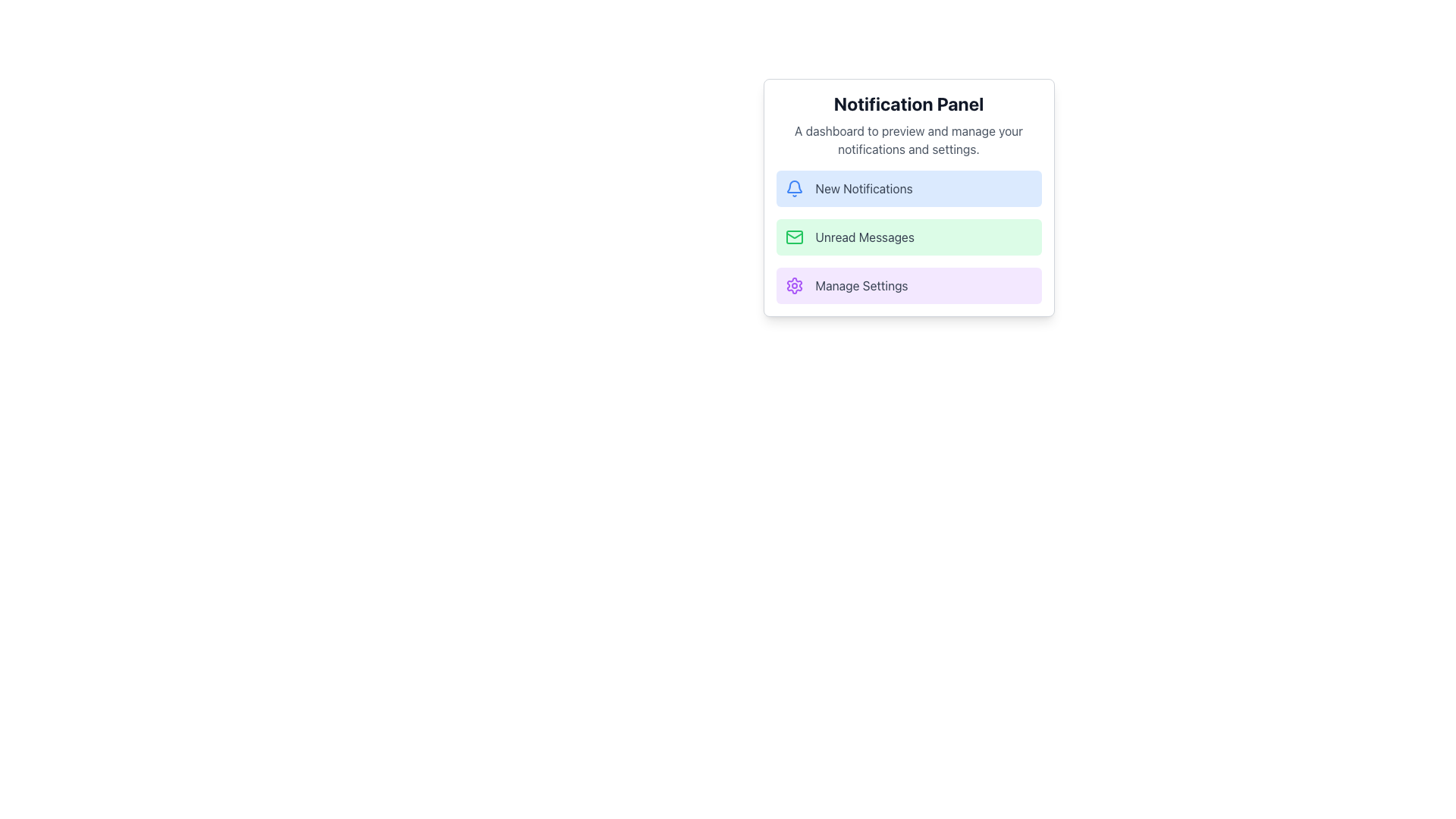 This screenshot has width=1456, height=819. What do you see at coordinates (861, 286) in the screenshot?
I see `the text label indicating settings management, located to the right of the gear icon in the notification panel` at bounding box center [861, 286].